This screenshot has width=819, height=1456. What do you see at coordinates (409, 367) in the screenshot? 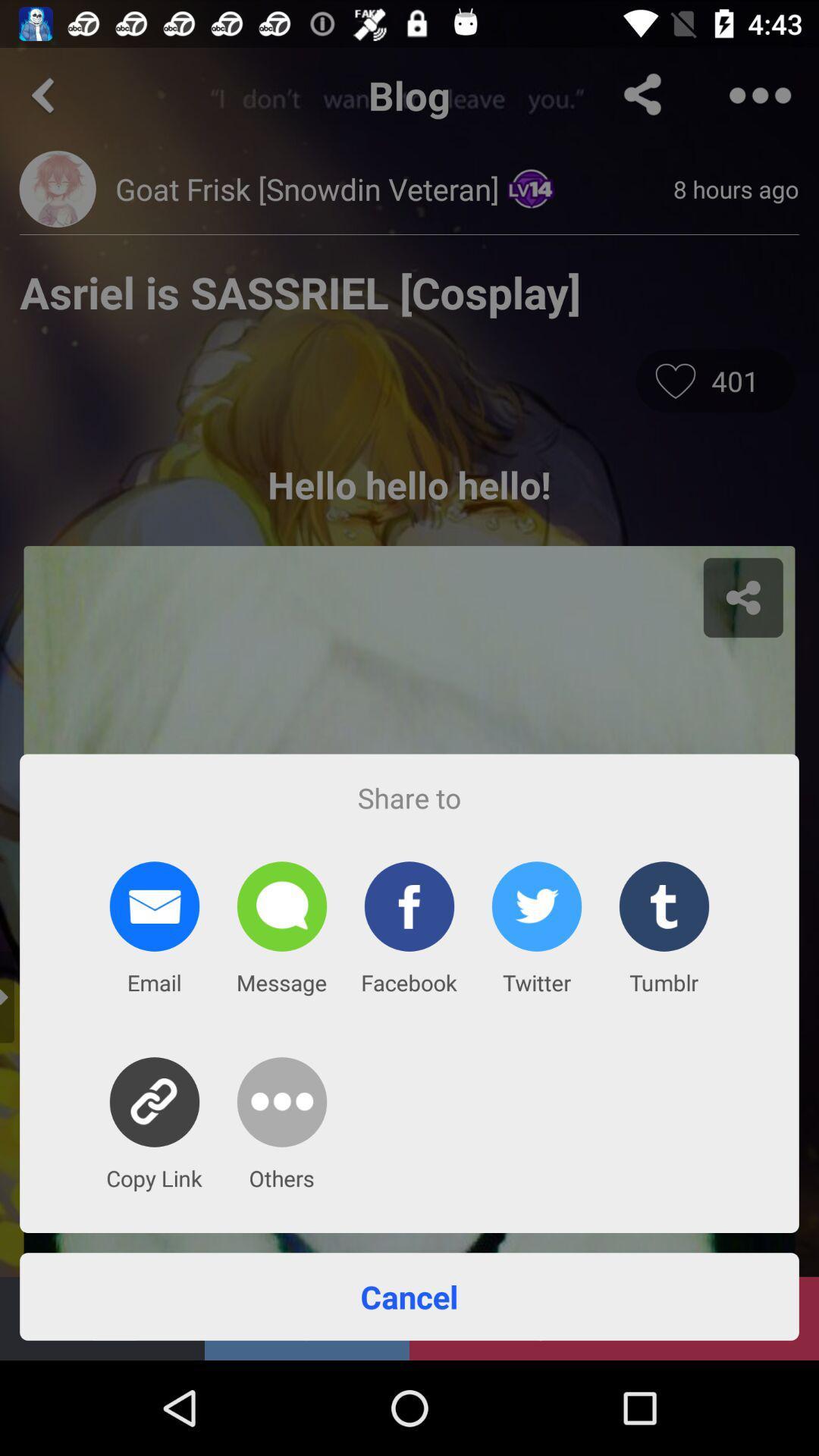
I see `the icon above share to icon` at bounding box center [409, 367].